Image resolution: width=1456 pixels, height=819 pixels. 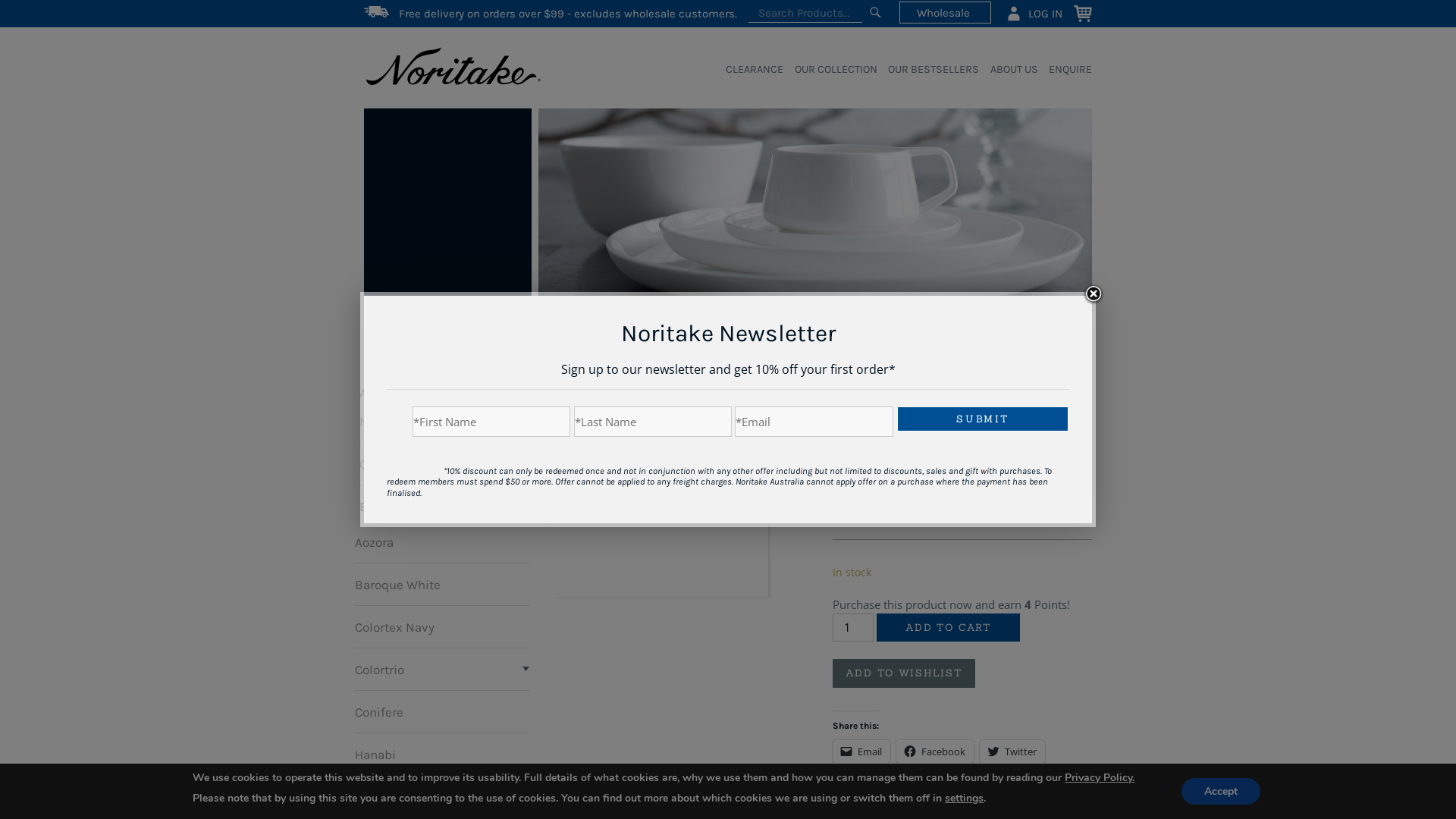 What do you see at coordinates (903, 672) in the screenshot?
I see `'ADD TO WISHLIST'` at bounding box center [903, 672].